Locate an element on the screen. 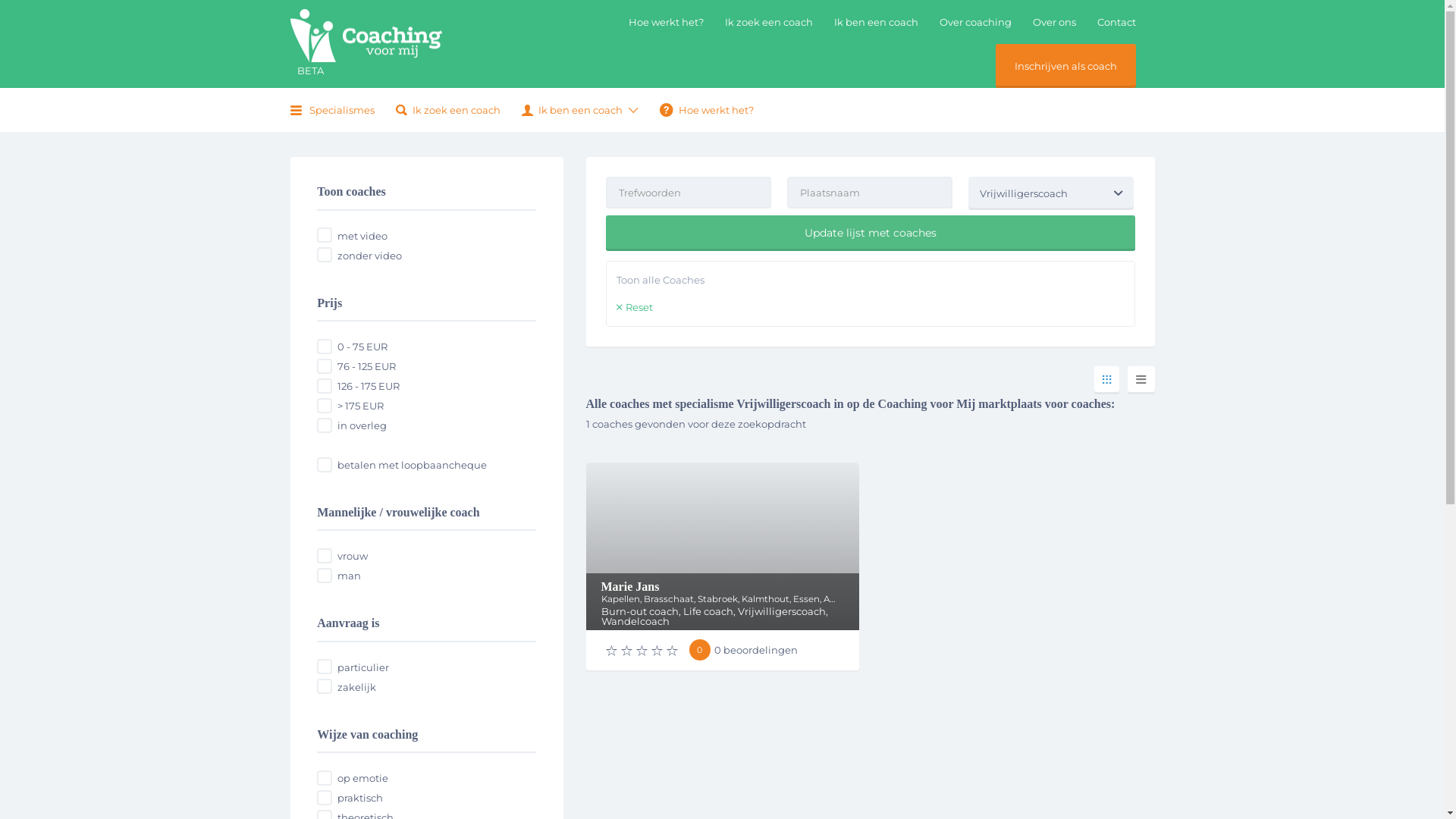 This screenshot has height=819, width=1456. '126_175' is located at coordinates (315, 385).